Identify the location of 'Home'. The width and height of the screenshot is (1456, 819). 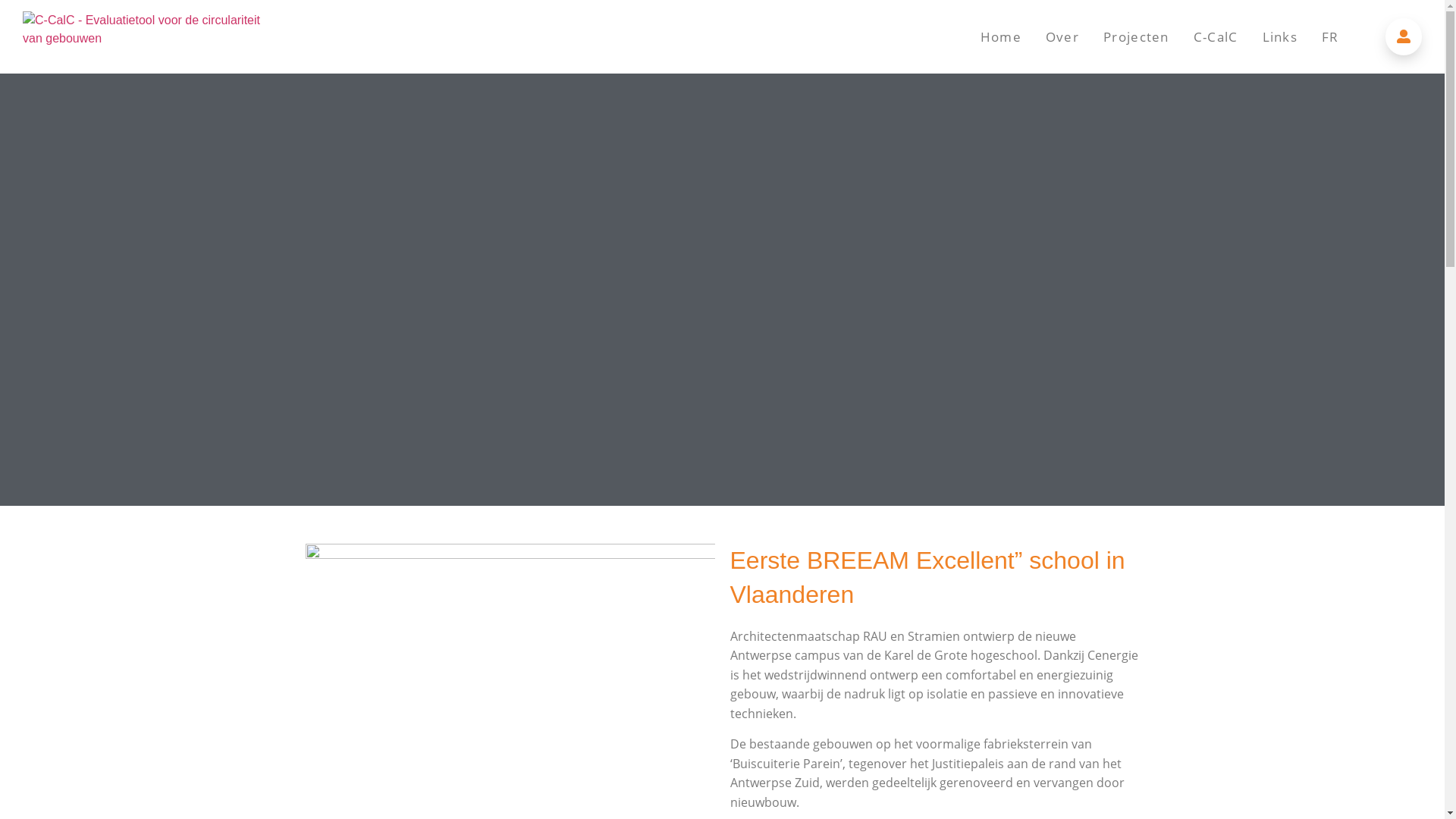
(1001, 36).